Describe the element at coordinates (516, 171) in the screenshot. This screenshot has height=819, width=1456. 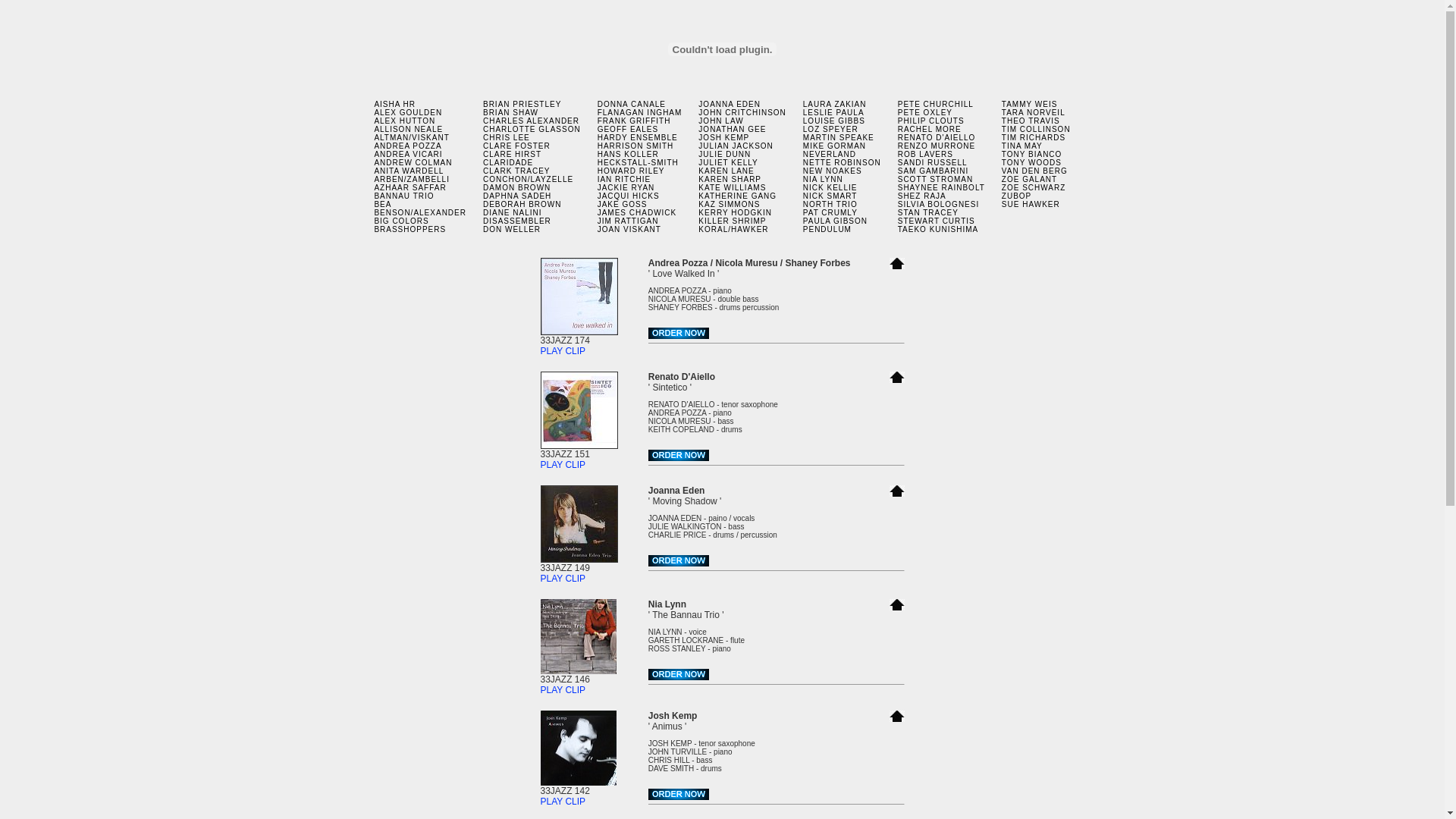
I see `'CLARK TRACEY'` at that location.